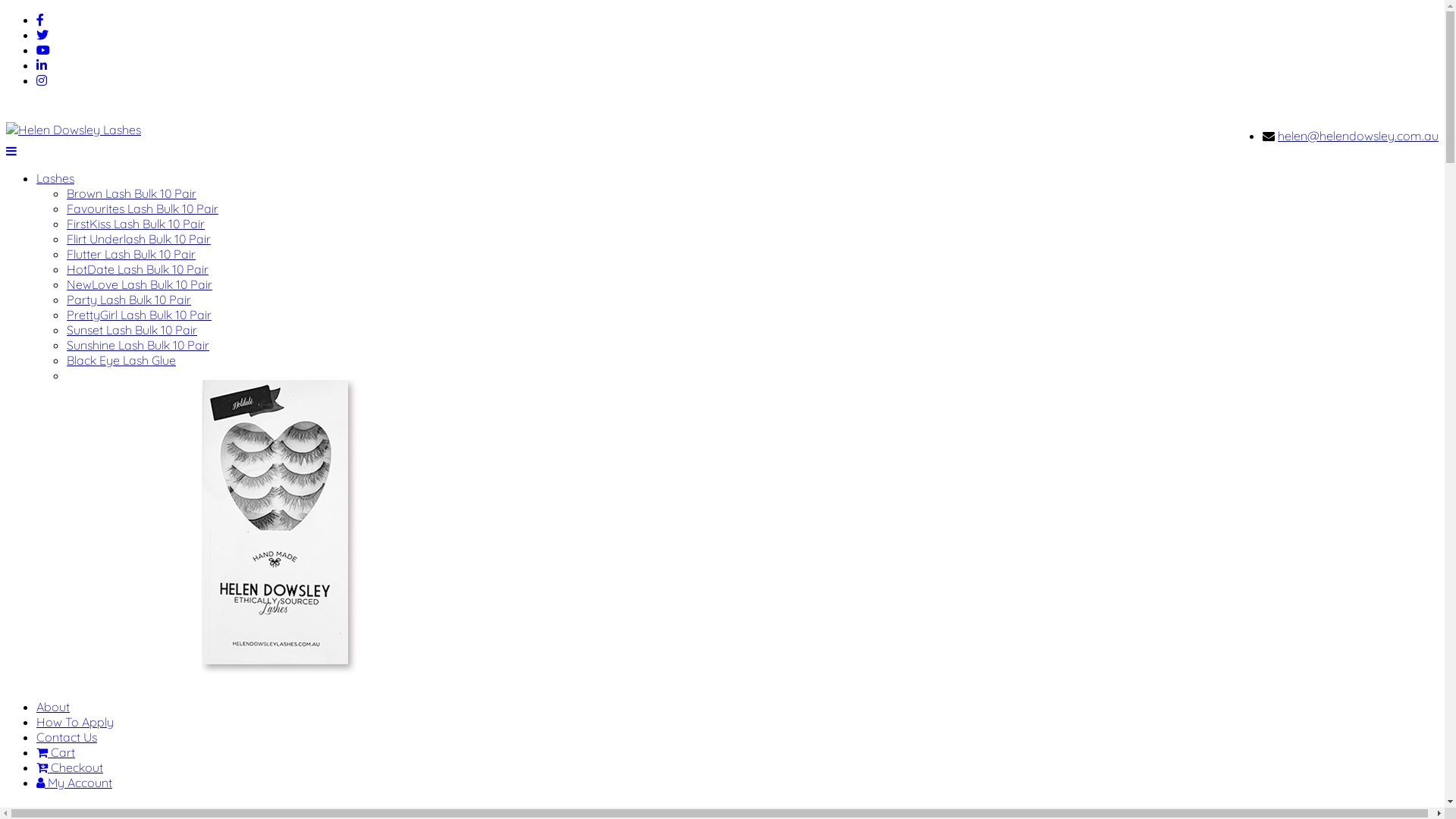 Image resolution: width=1456 pixels, height=819 pixels. What do you see at coordinates (131, 329) in the screenshot?
I see `'Sunset Lash Bulk 10 Pair'` at bounding box center [131, 329].